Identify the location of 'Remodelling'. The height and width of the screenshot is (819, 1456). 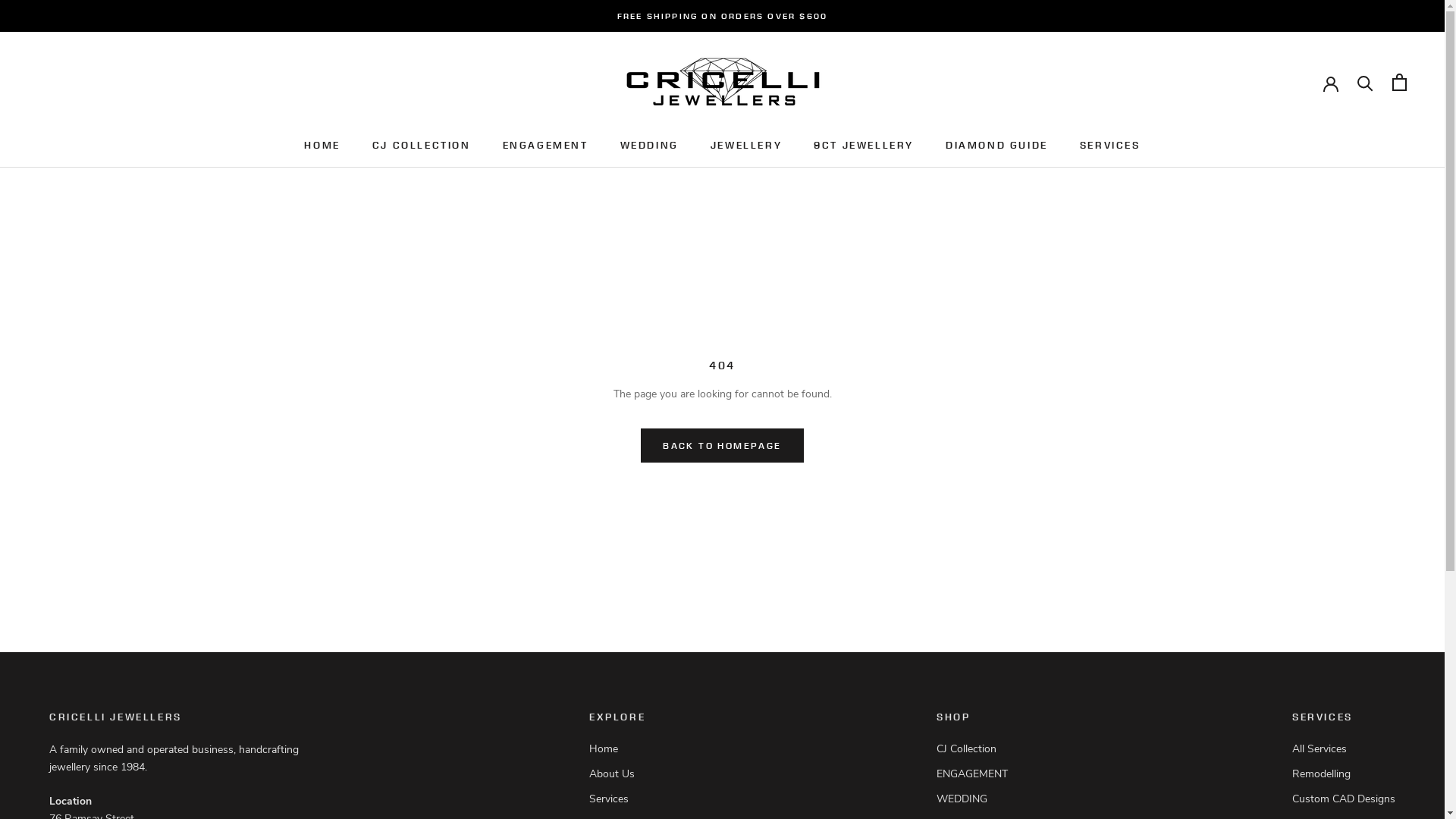
(1343, 773).